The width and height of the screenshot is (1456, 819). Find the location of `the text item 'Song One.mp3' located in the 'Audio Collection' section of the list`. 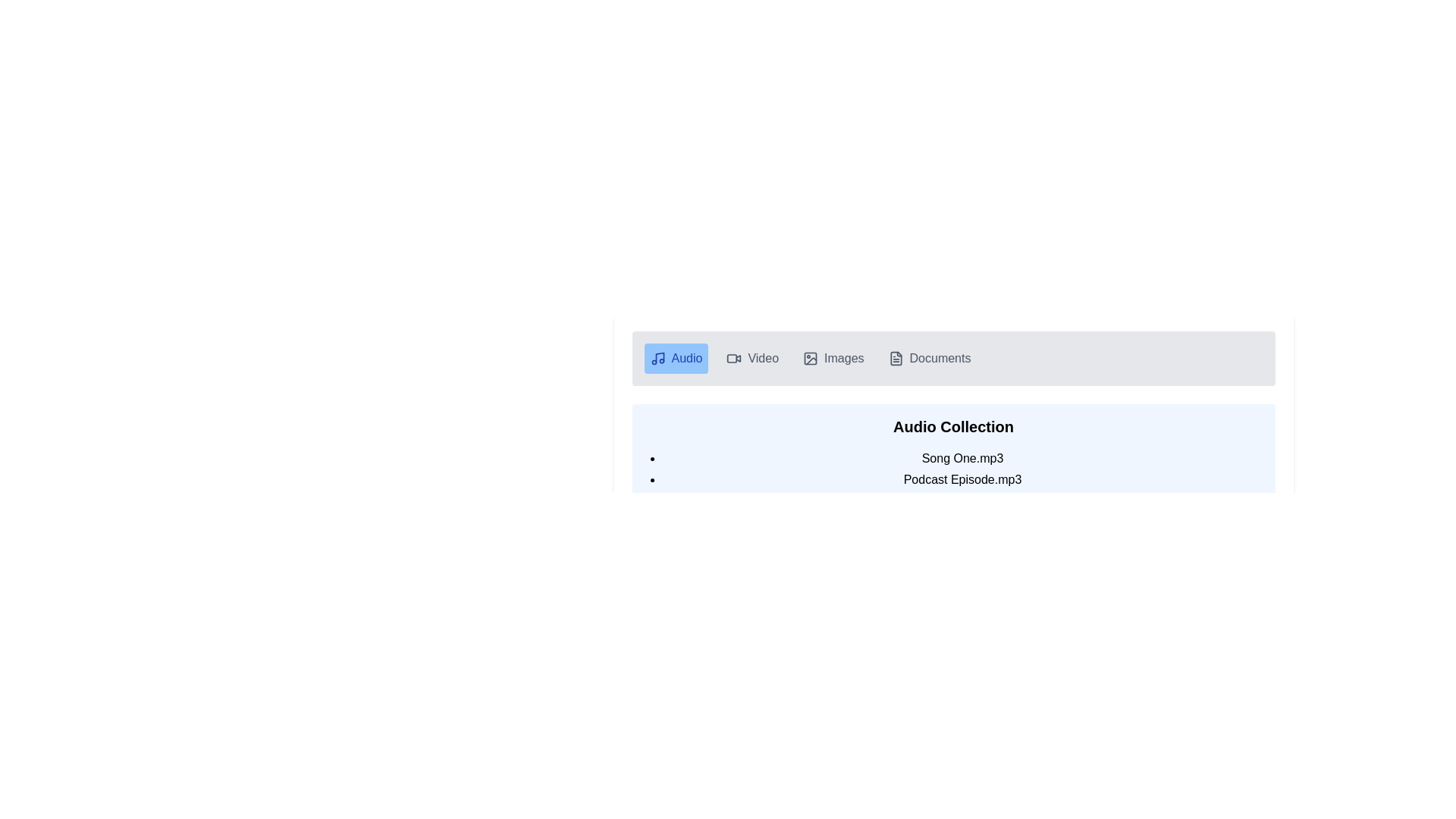

the text item 'Song One.mp3' located in the 'Audio Collection' section of the list is located at coordinates (952, 462).